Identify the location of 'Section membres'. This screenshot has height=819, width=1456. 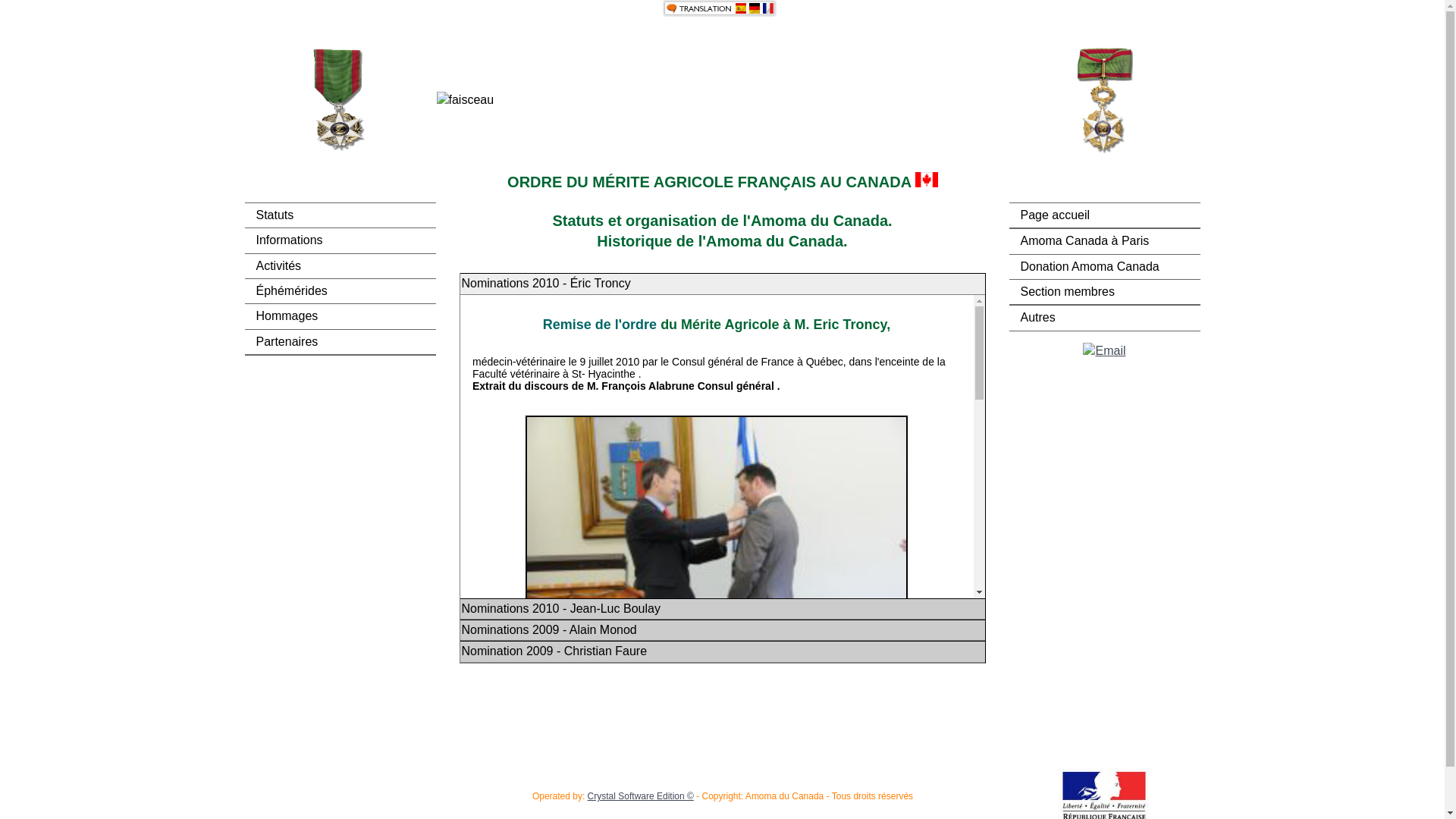
(1103, 292).